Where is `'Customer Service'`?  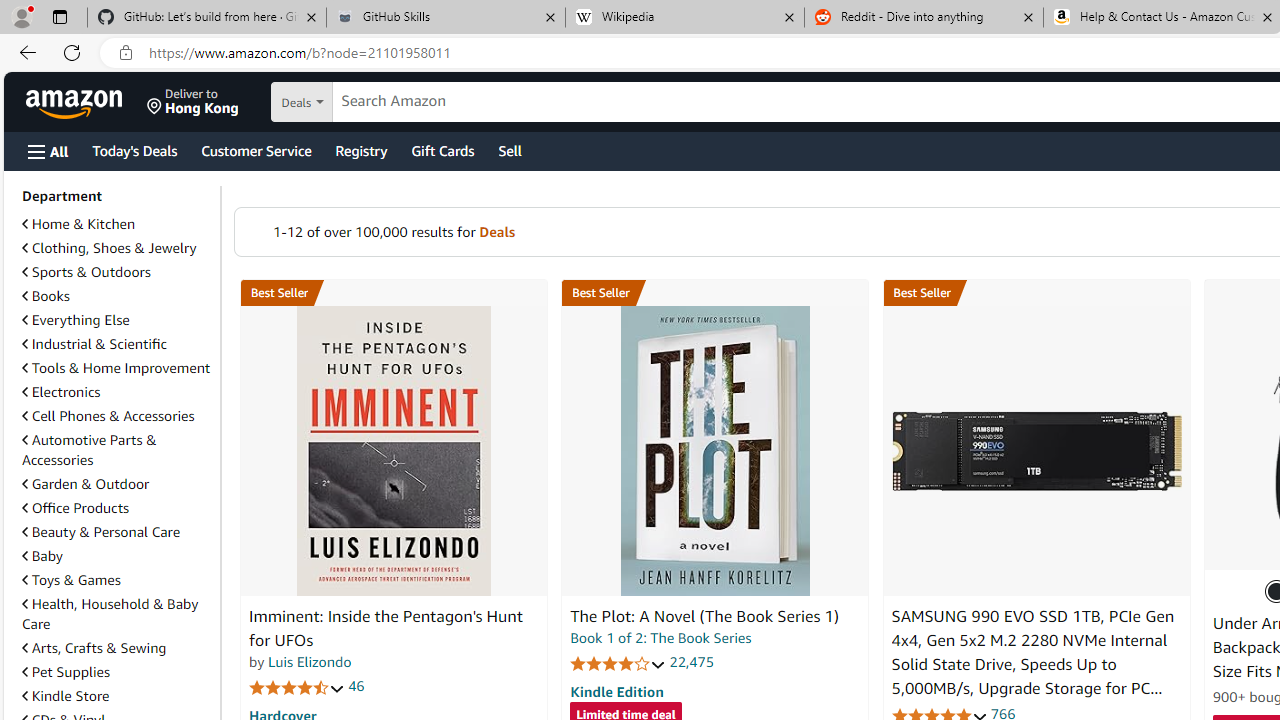 'Customer Service' is located at coordinates (255, 149).